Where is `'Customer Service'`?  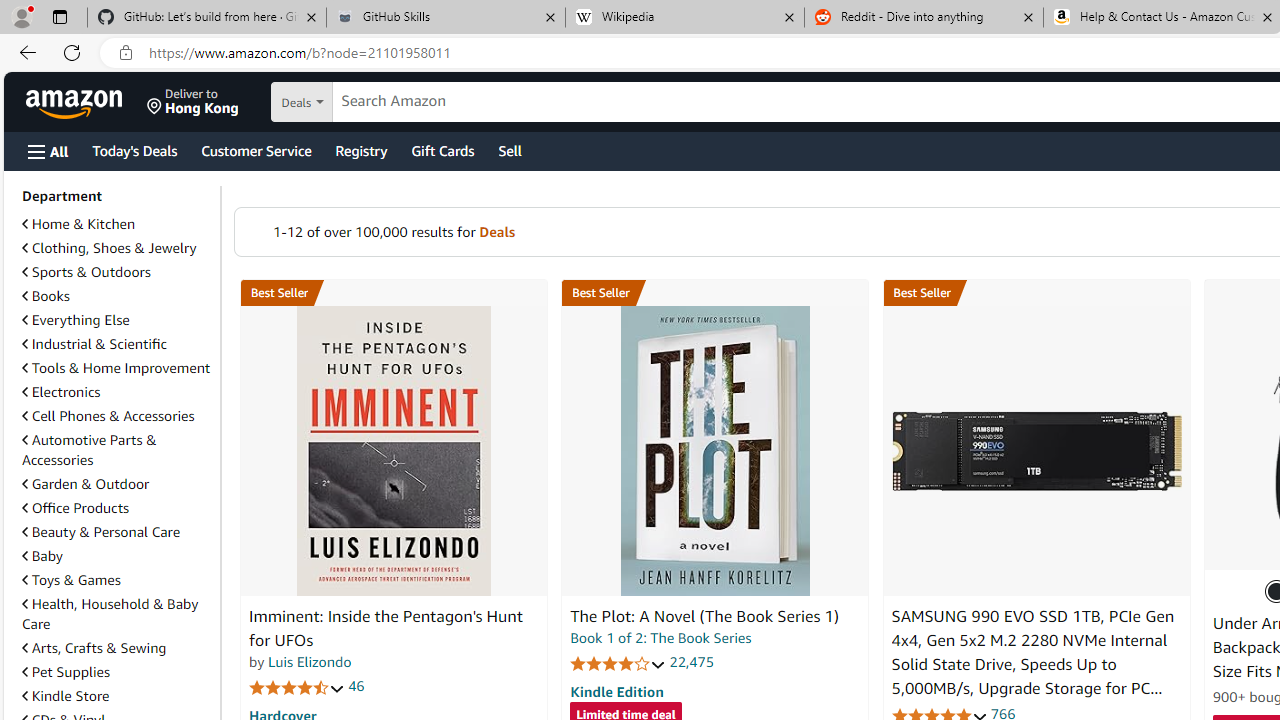 'Customer Service' is located at coordinates (255, 149).